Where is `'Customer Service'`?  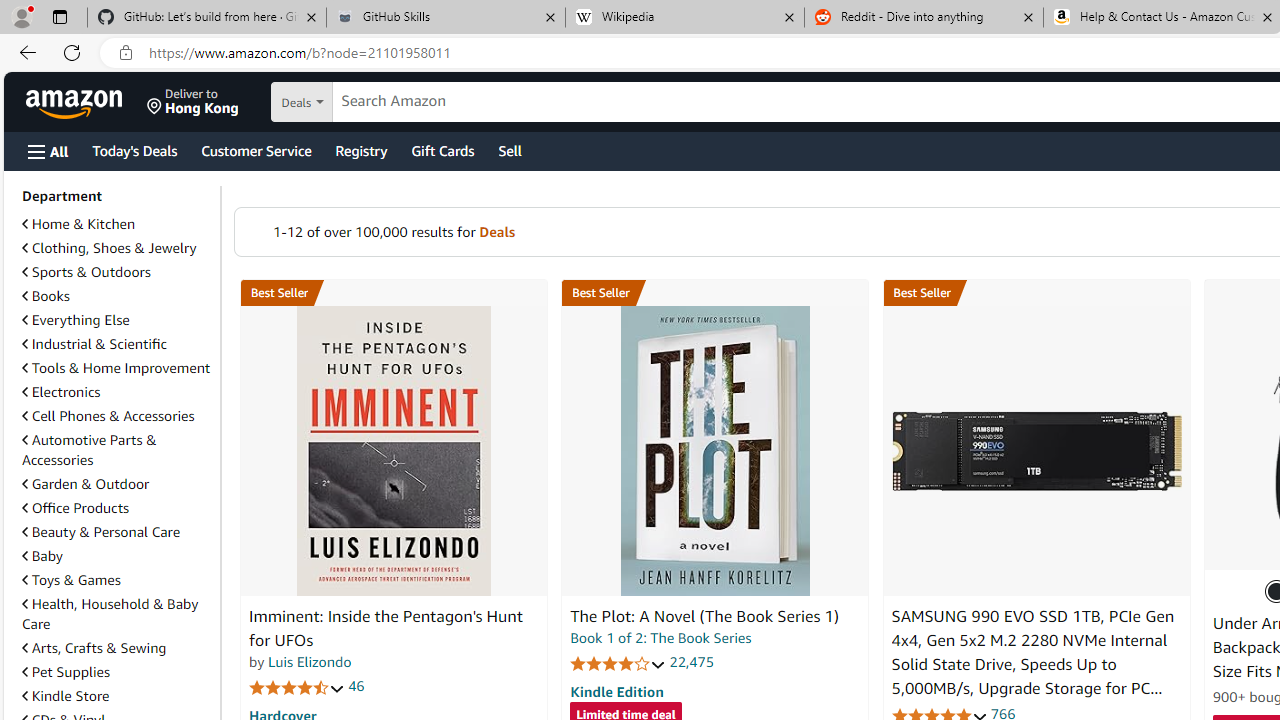 'Customer Service' is located at coordinates (255, 149).